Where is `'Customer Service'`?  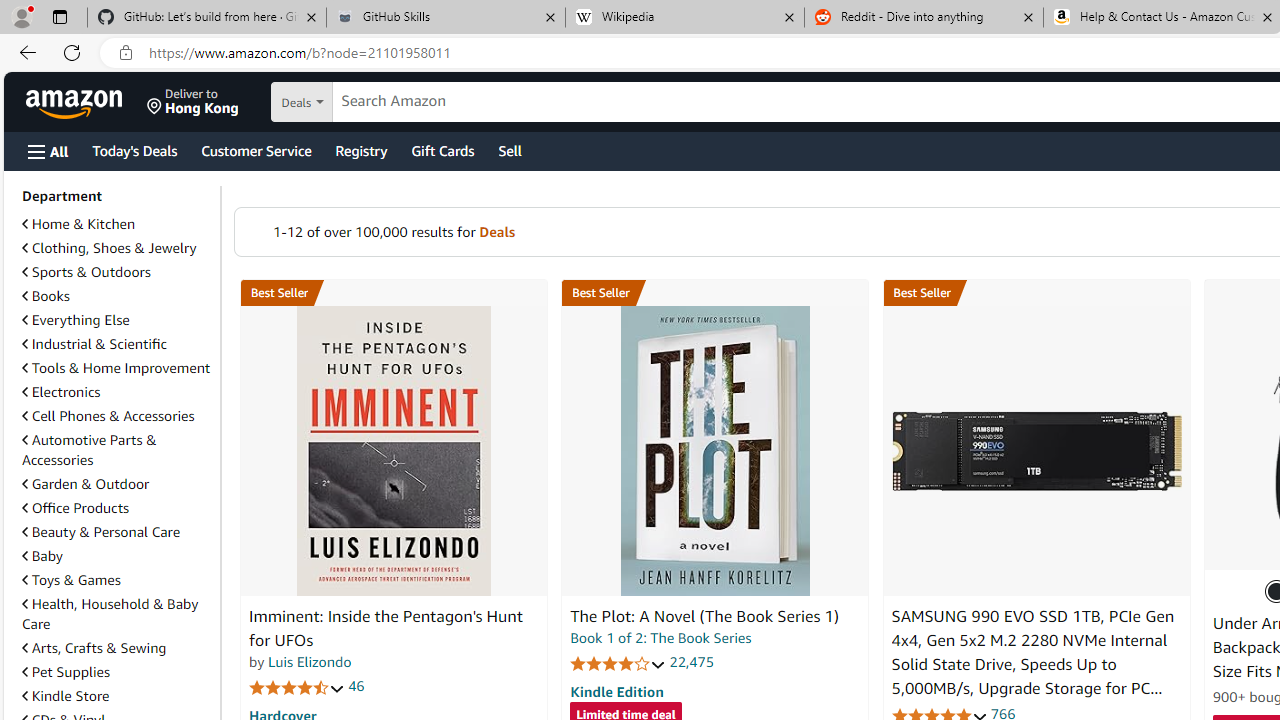 'Customer Service' is located at coordinates (255, 149).